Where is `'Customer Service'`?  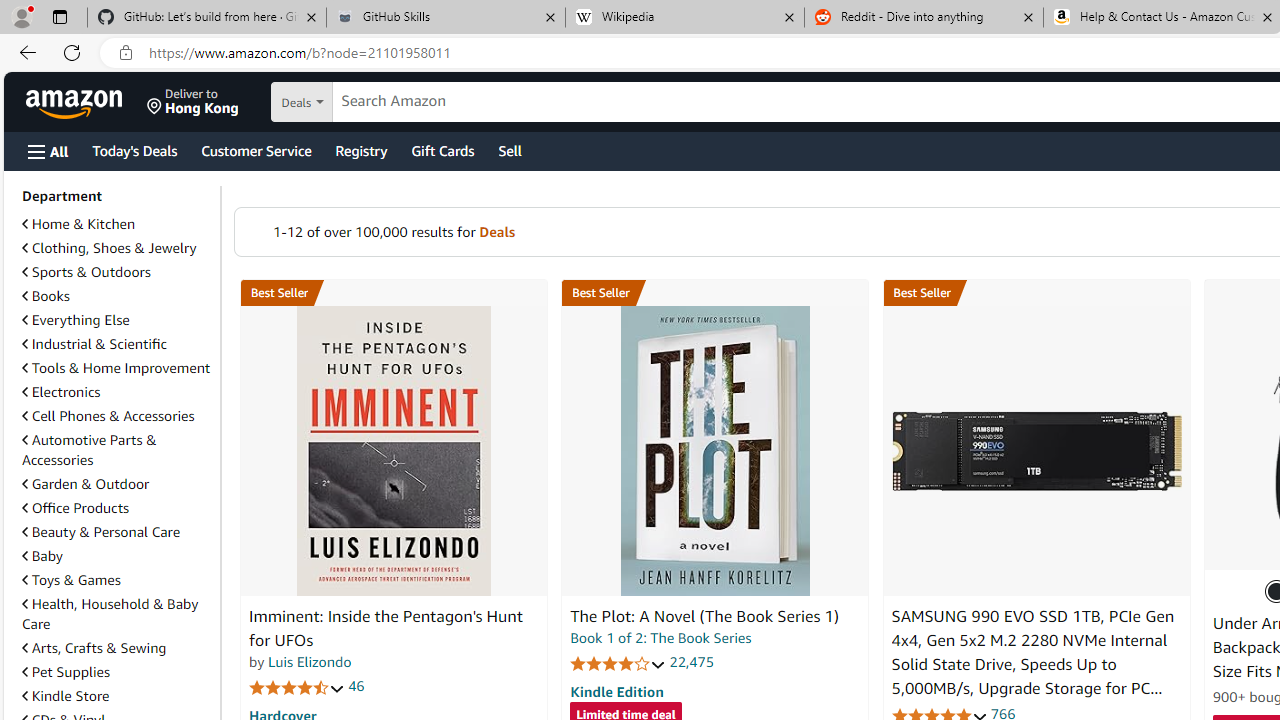 'Customer Service' is located at coordinates (255, 149).